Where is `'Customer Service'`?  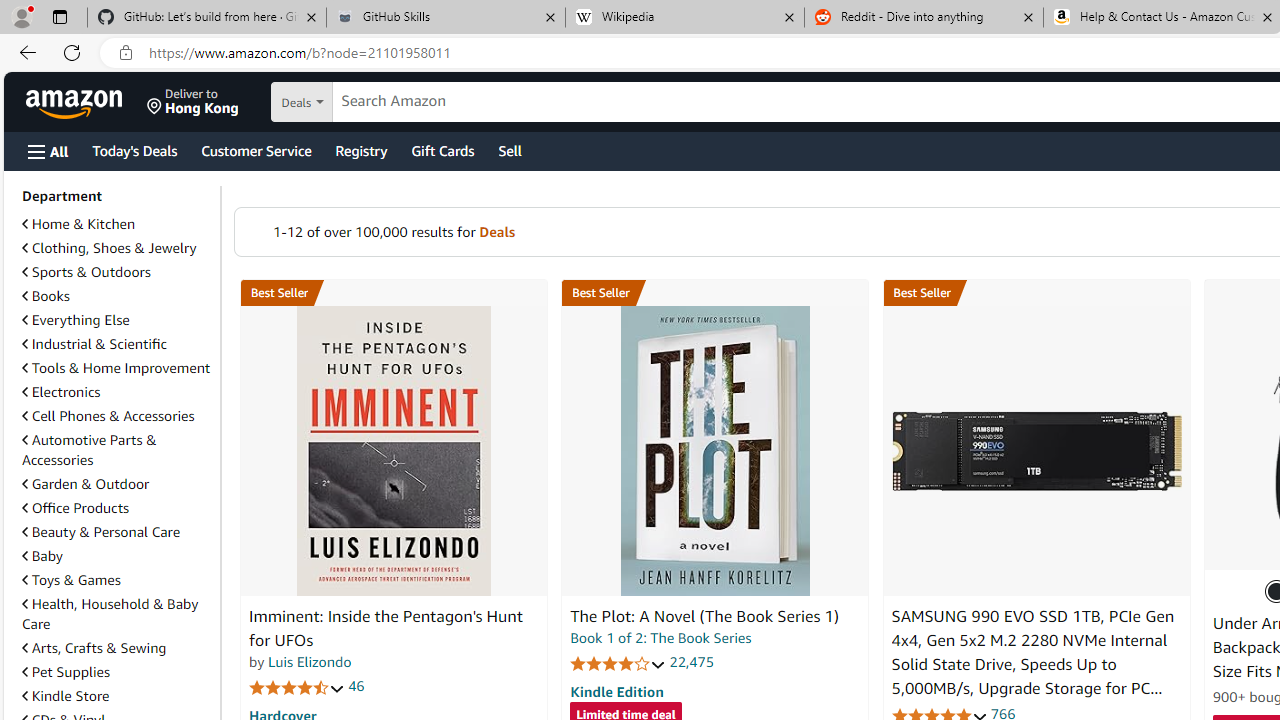 'Customer Service' is located at coordinates (255, 149).